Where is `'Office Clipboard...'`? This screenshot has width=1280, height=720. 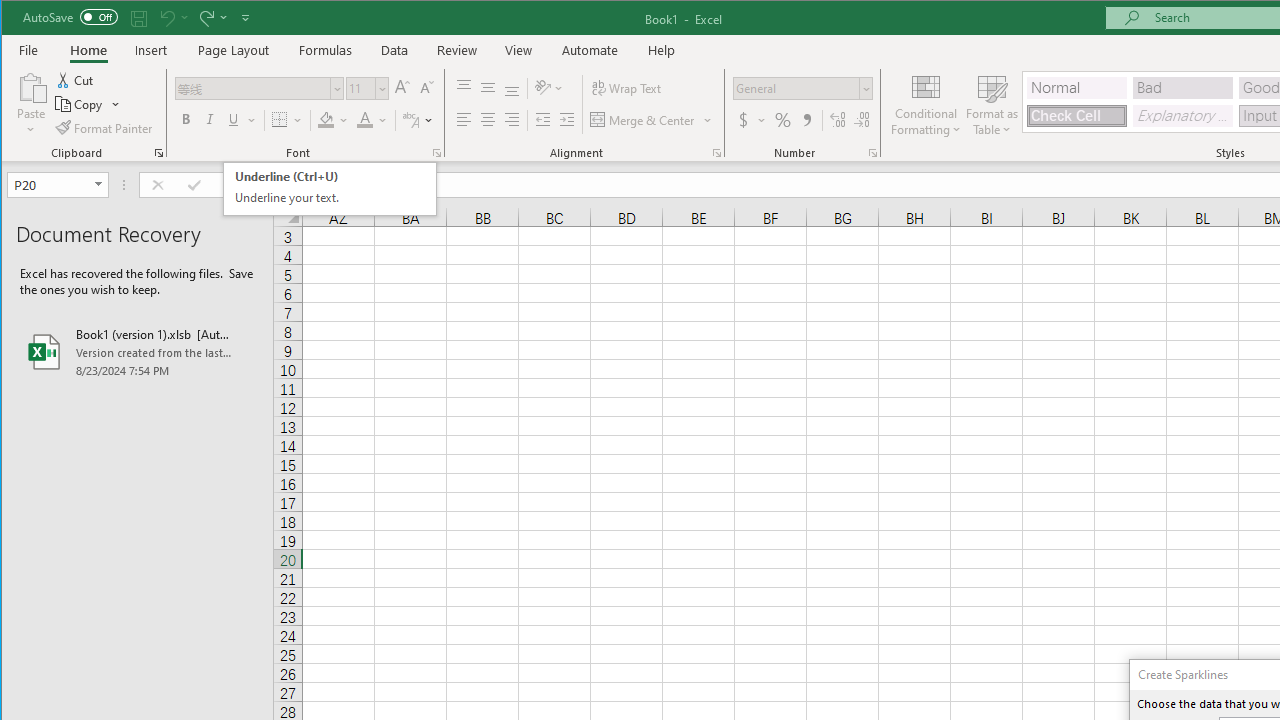
'Office Clipboard...' is located at coordinates (157, 152).